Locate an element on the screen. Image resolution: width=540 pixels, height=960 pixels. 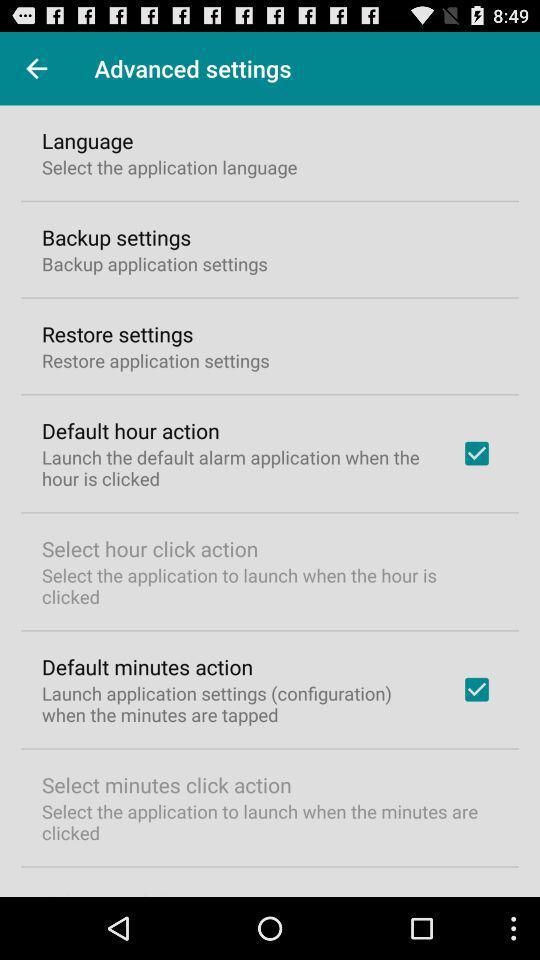
item next to advanced settings icon is located at coordinates (36, 68).